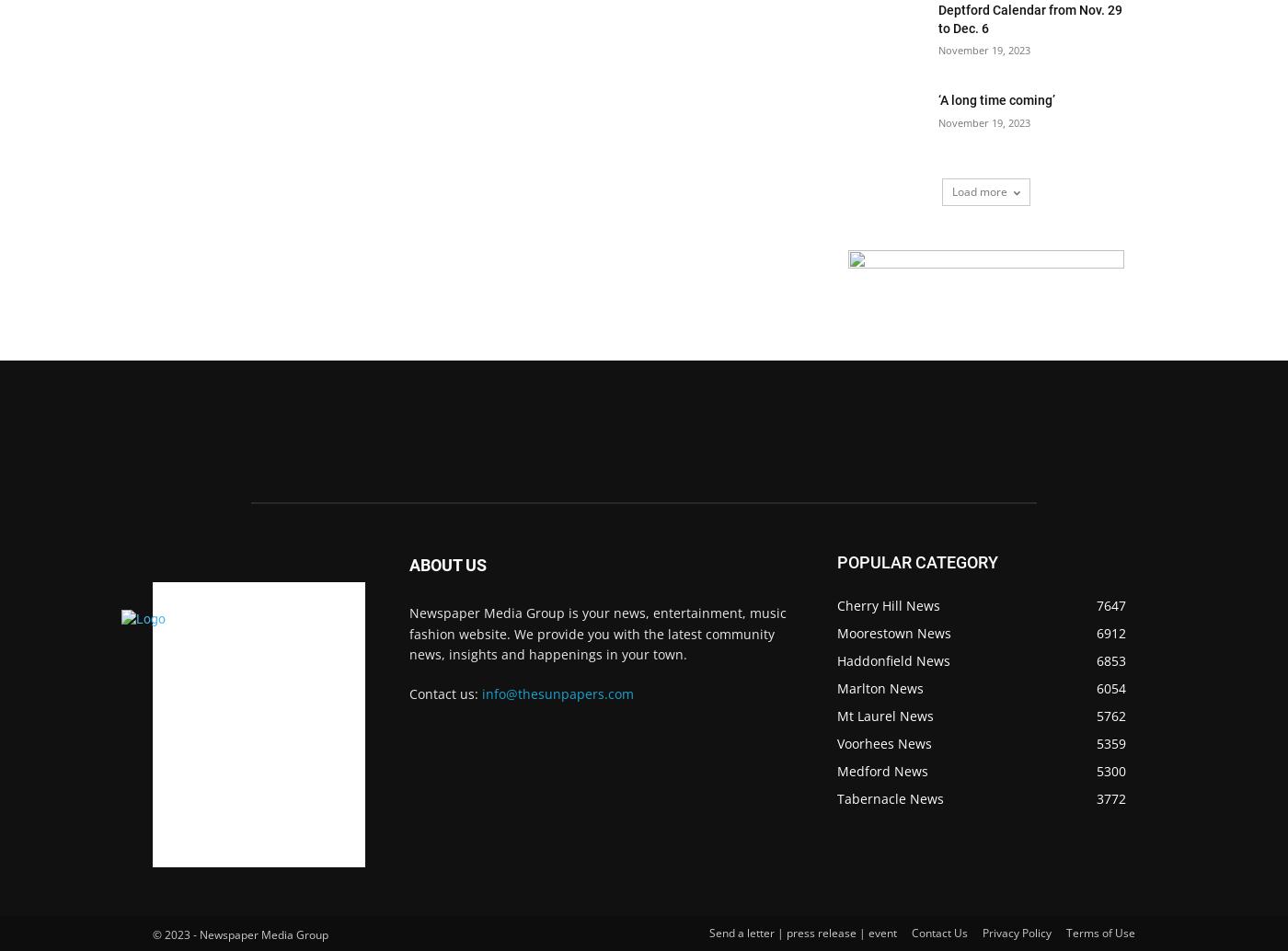 The width and height of the screenshot is (1288, 951). I want to click on 'Contact Us', so click(939, 932).